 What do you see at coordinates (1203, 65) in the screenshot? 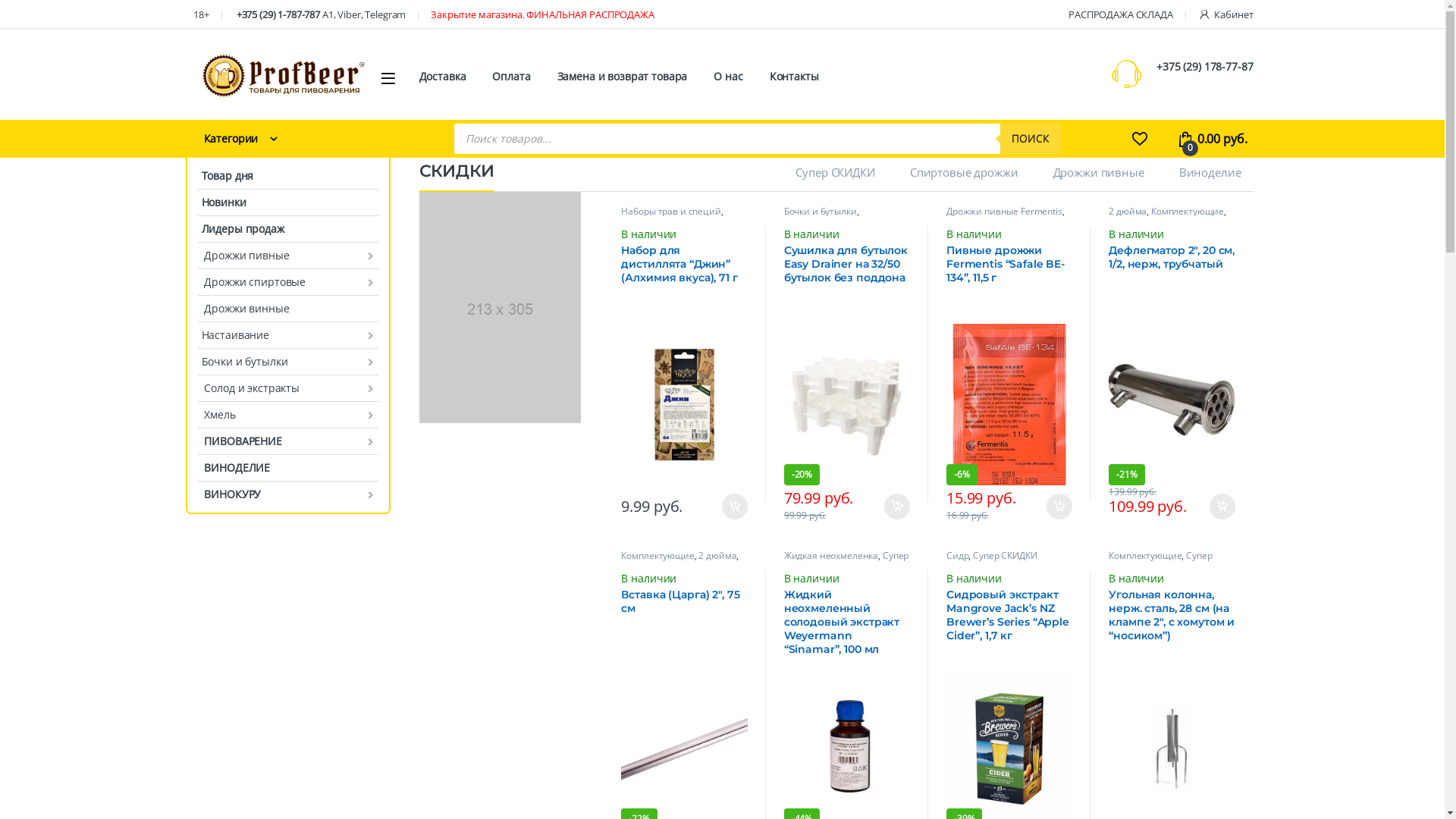
I see `'+375 (29) 178-77-87'` at bounding box center [1203, 65].